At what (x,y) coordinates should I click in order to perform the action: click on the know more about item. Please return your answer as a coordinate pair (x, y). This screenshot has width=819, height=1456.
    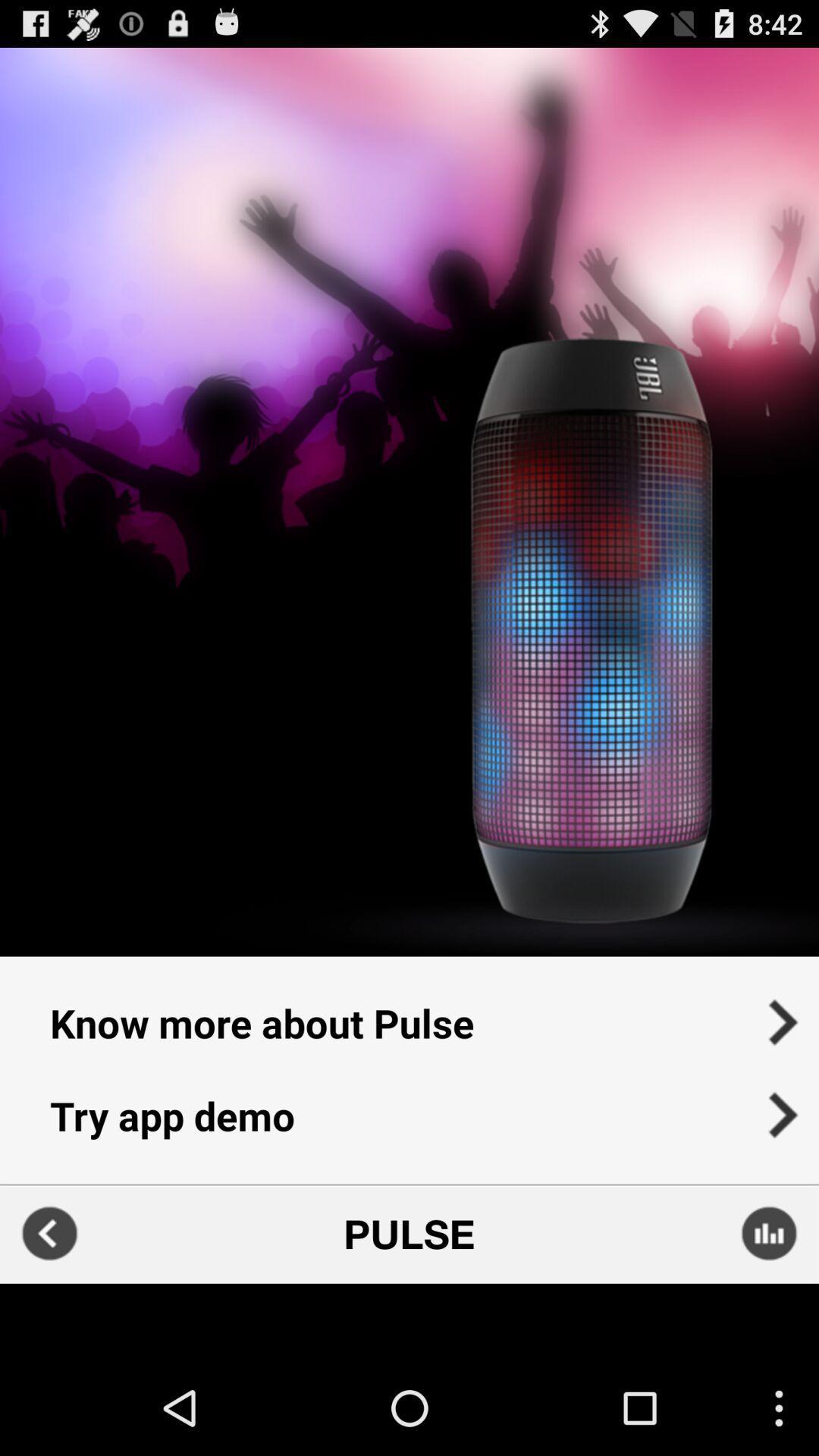
    Looking at the image, I should click on (409, 1012).